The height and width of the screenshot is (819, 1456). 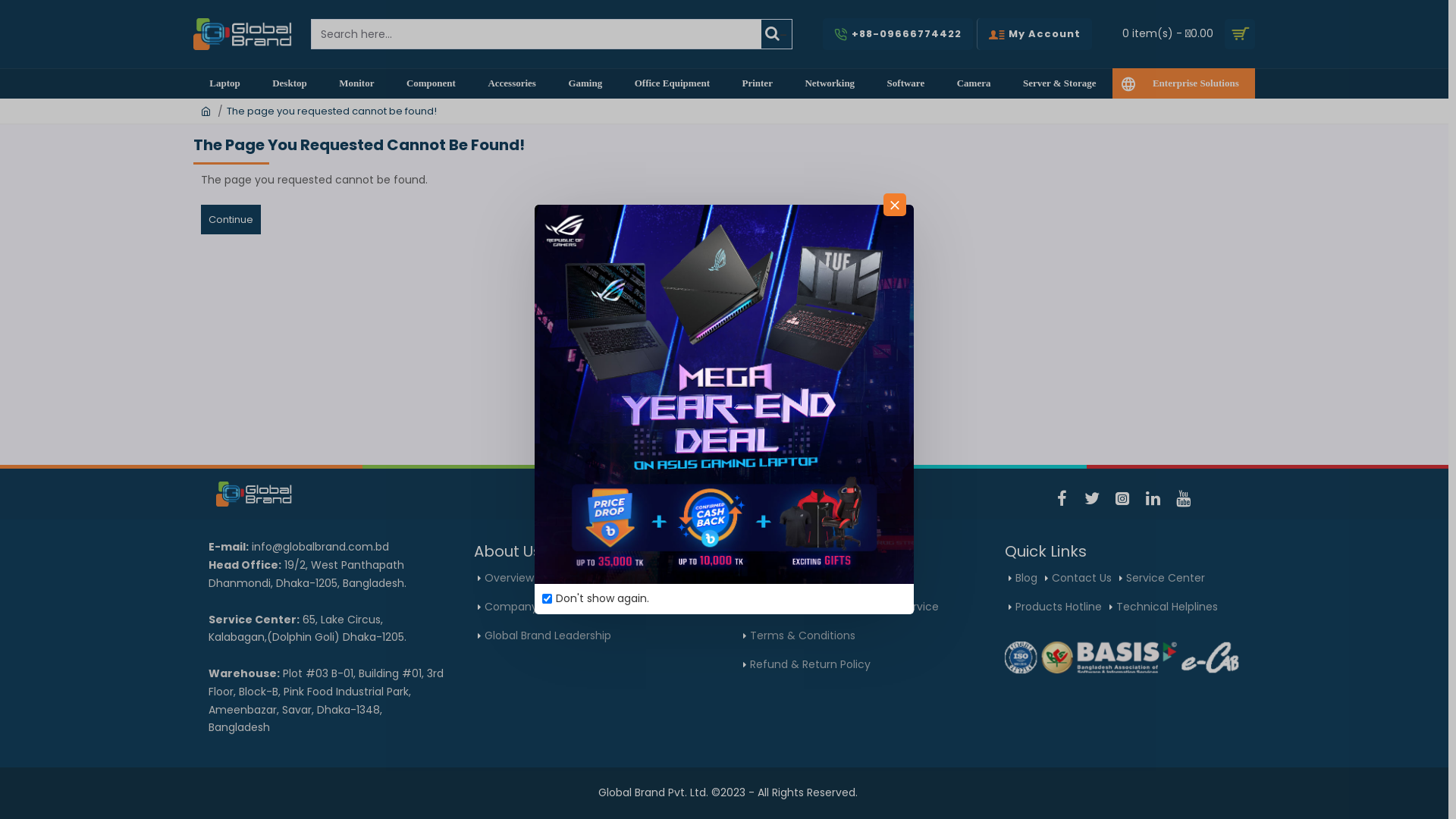 What do you see at coordinates (1008, 579) in the screenshot?
I see `'Blog'` at bounding box center [1008, 579].